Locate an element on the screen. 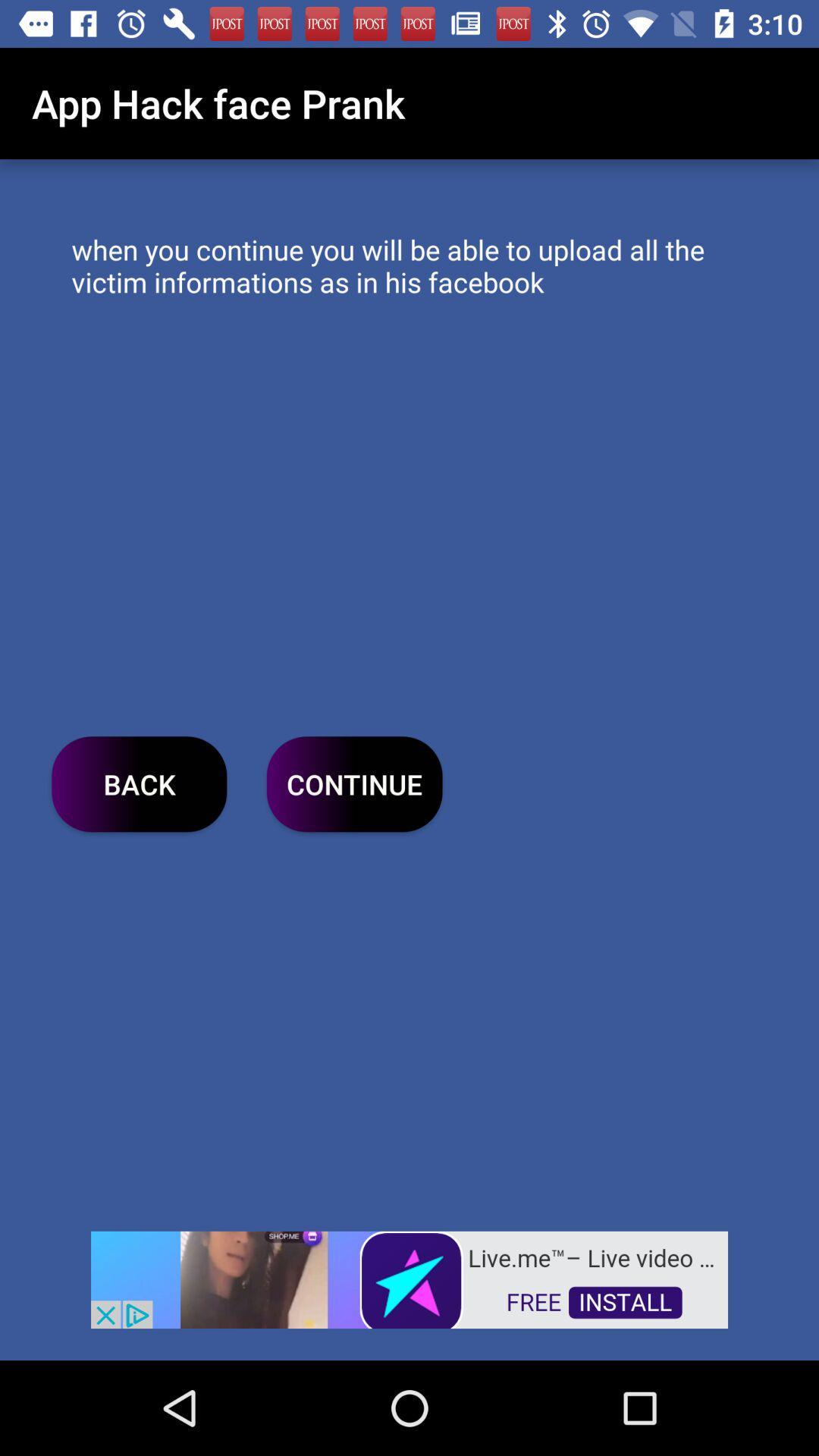  advertisement is located at coordinates (409, 1278).